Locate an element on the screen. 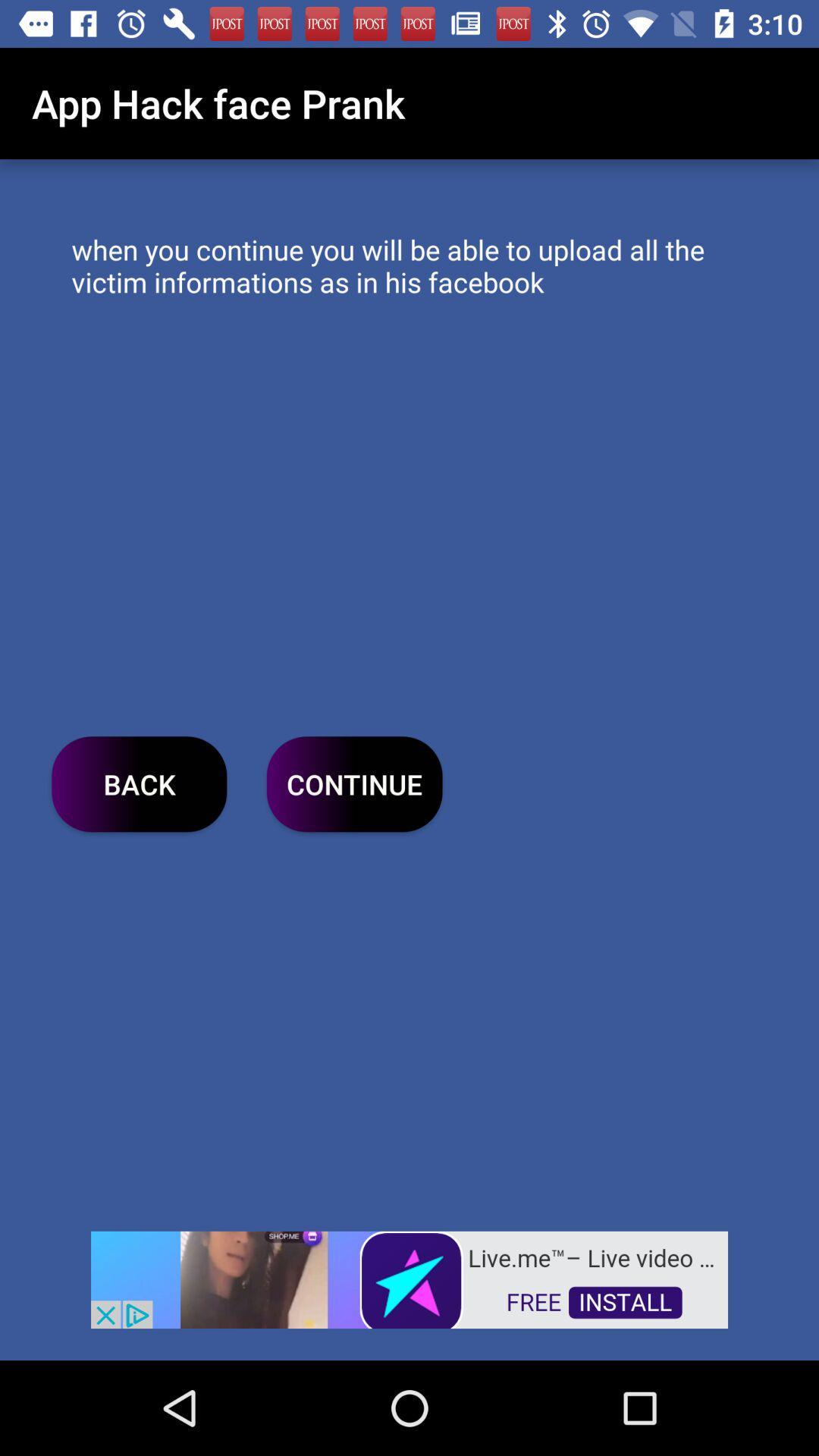  advertisement is located at coordinates (409, 1278).